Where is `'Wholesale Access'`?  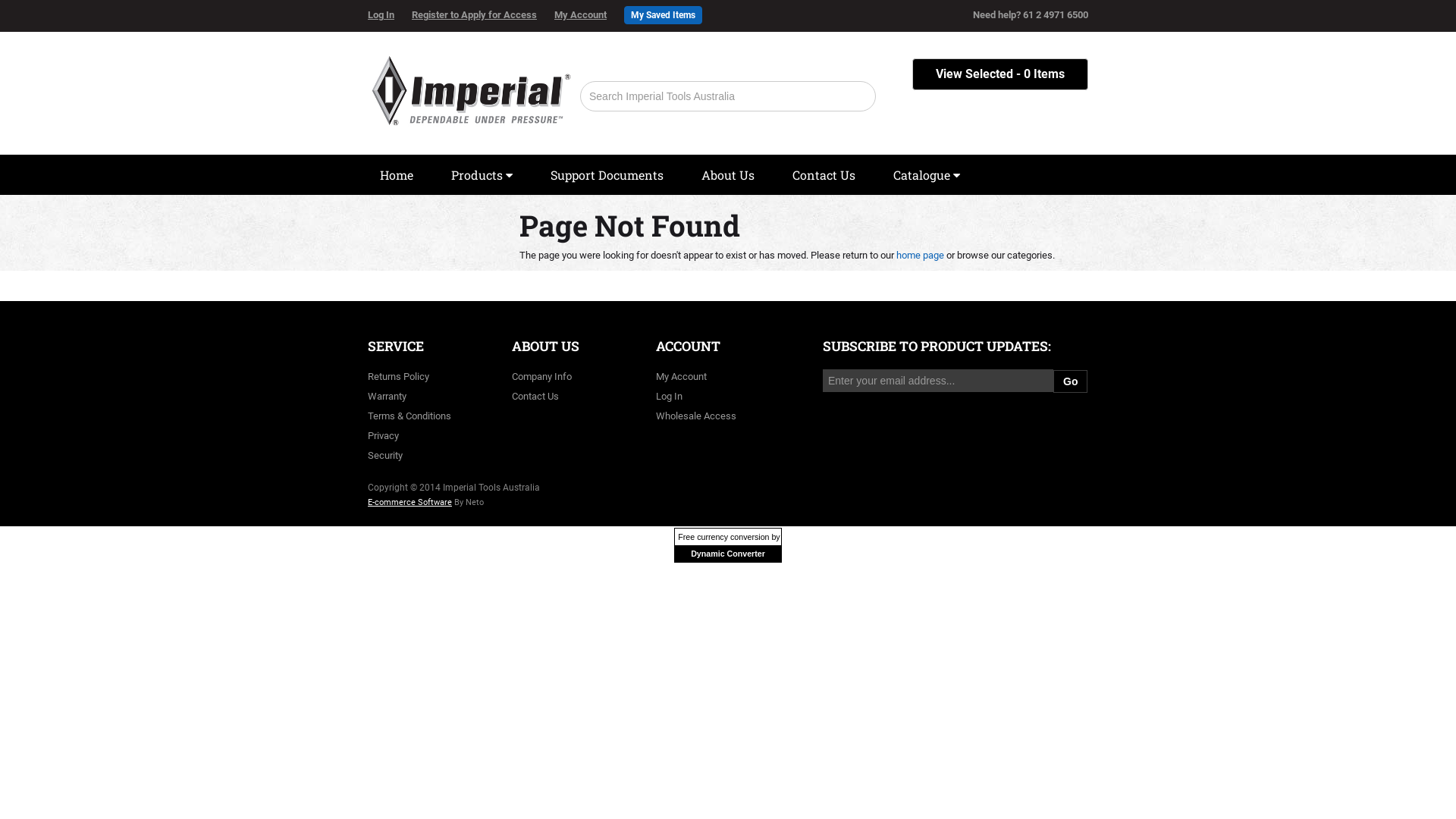
'Wholesale Access' is located at coordinates (695, 416).